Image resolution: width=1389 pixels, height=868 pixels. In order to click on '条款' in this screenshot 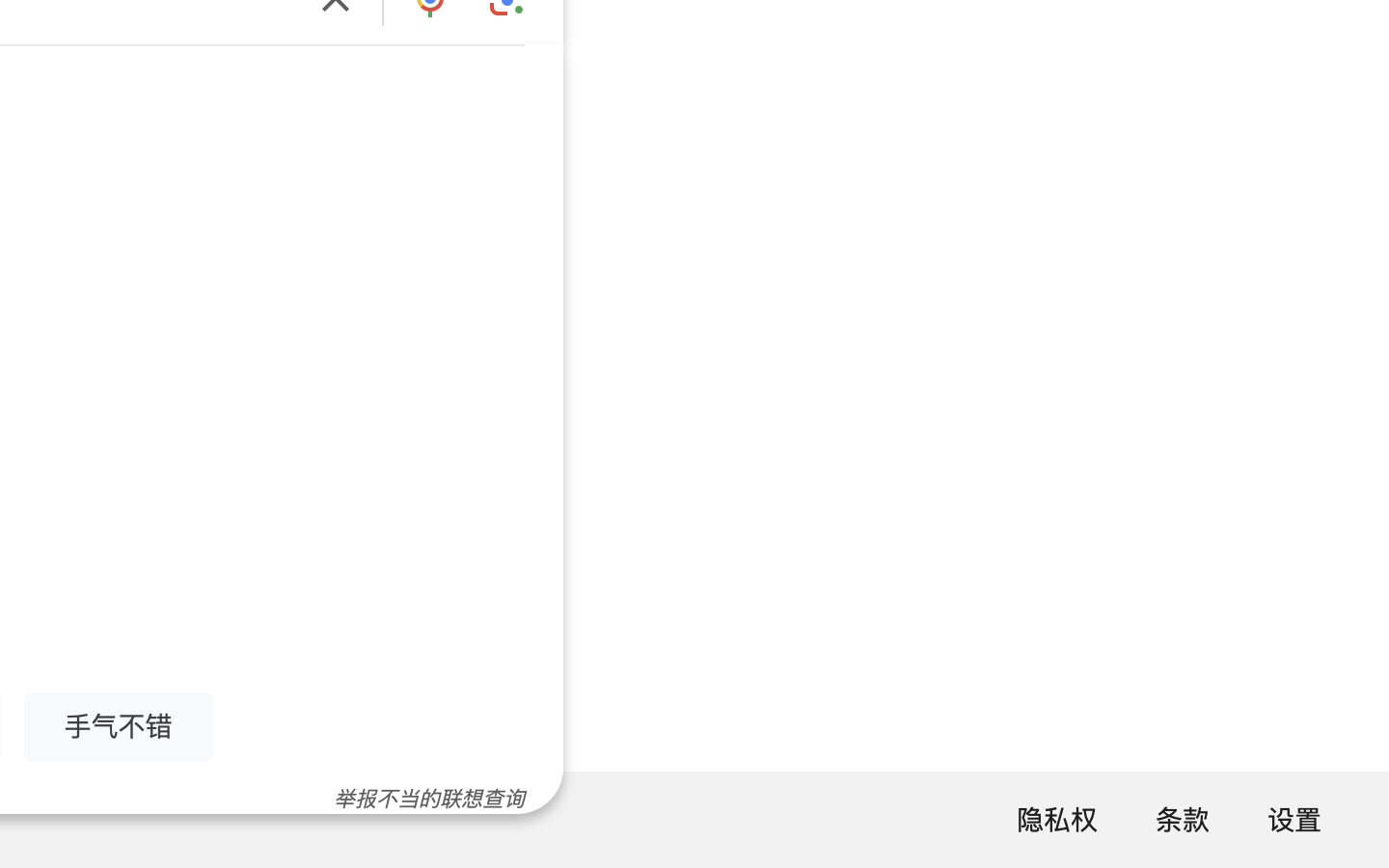, I will do `click(1182, 819)`.